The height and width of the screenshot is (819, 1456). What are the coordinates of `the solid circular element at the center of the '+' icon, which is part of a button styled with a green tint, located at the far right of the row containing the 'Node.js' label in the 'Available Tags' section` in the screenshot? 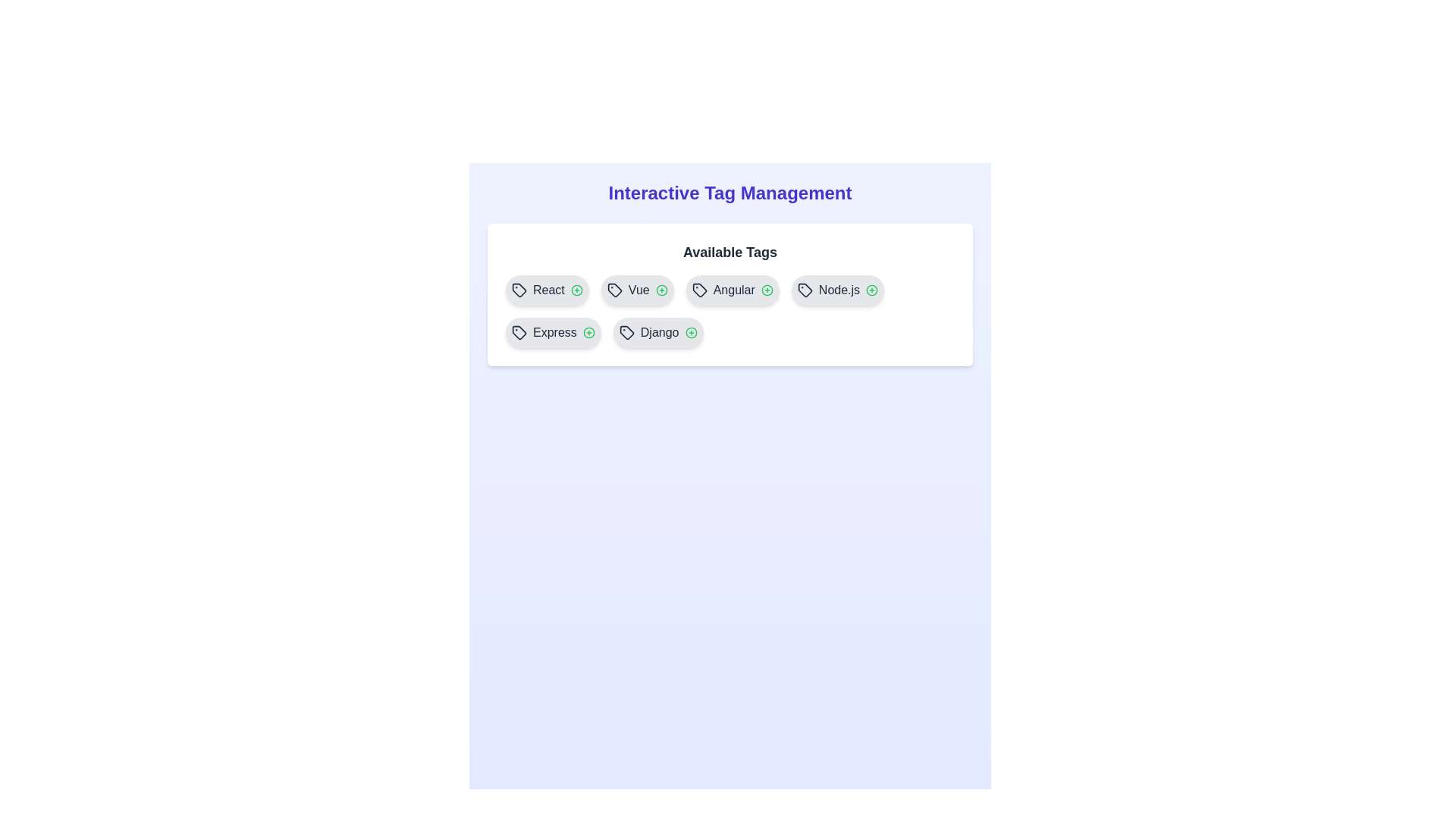 It's located at (872, 290).